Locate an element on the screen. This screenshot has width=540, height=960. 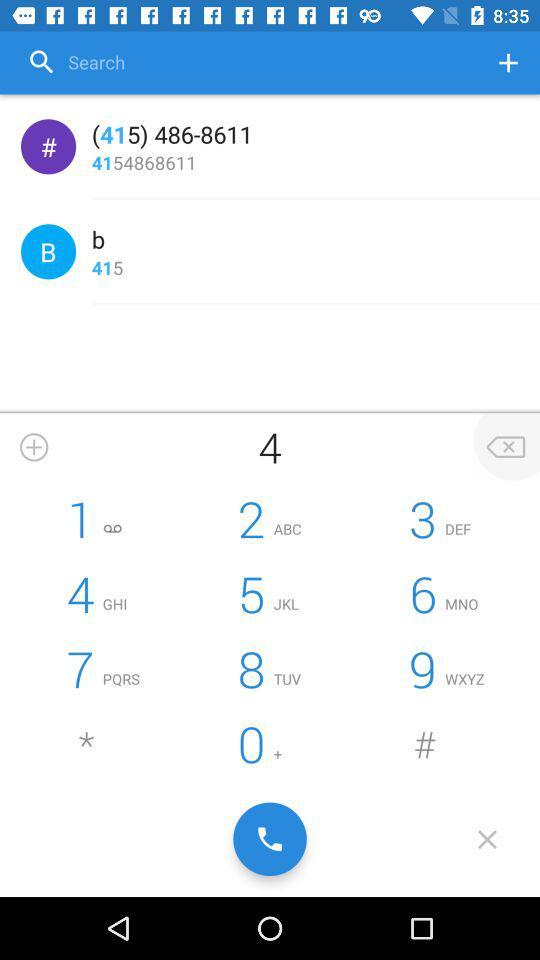
call the number entered is located at coordinates (270, 839).